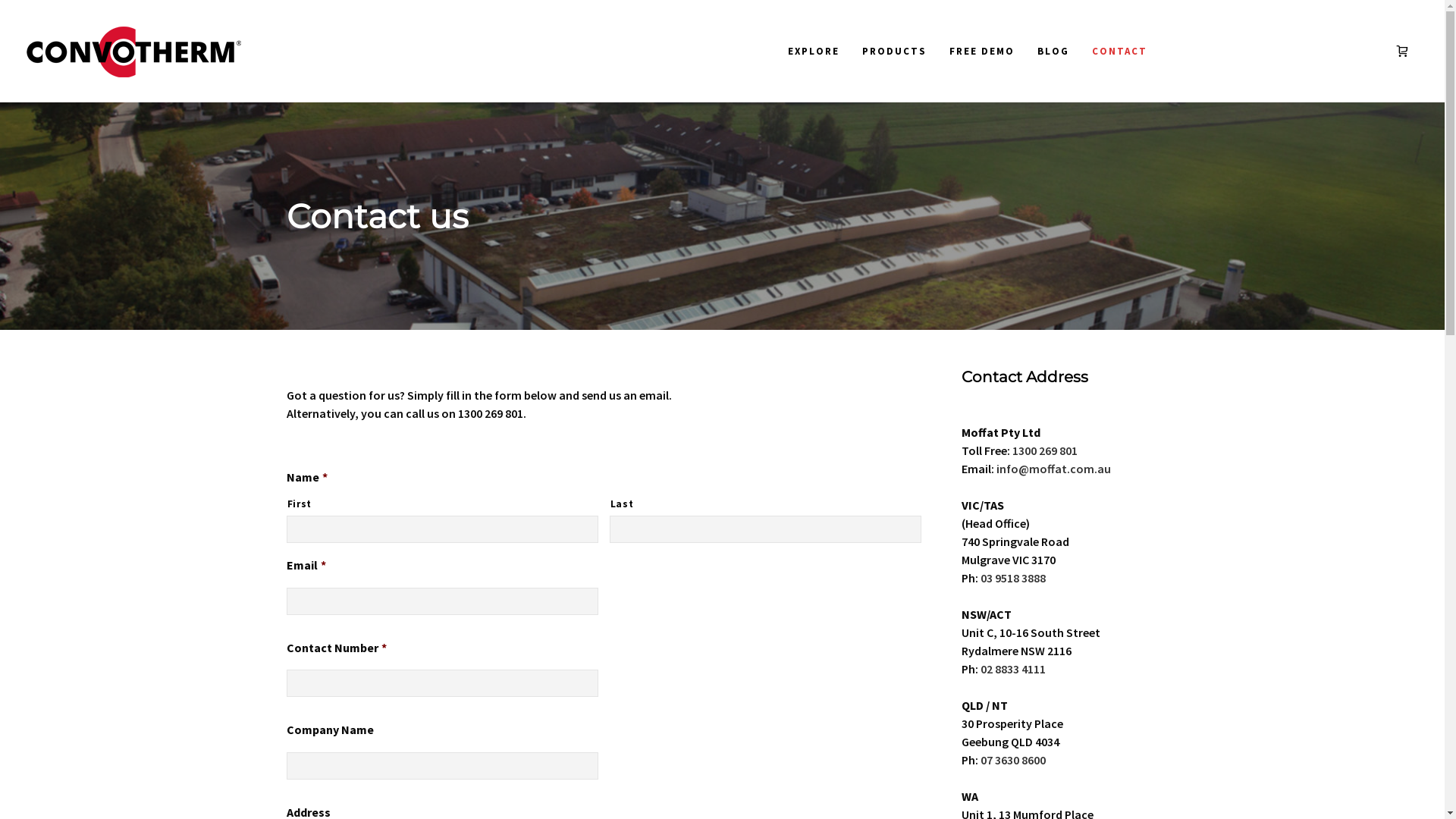 The height and width of the screenshot is (819, 1456). What do you see at coordinates (1012, 668) in the screenshot?
I see `'02 8833 4111'` at bounding box center [1012, 668].